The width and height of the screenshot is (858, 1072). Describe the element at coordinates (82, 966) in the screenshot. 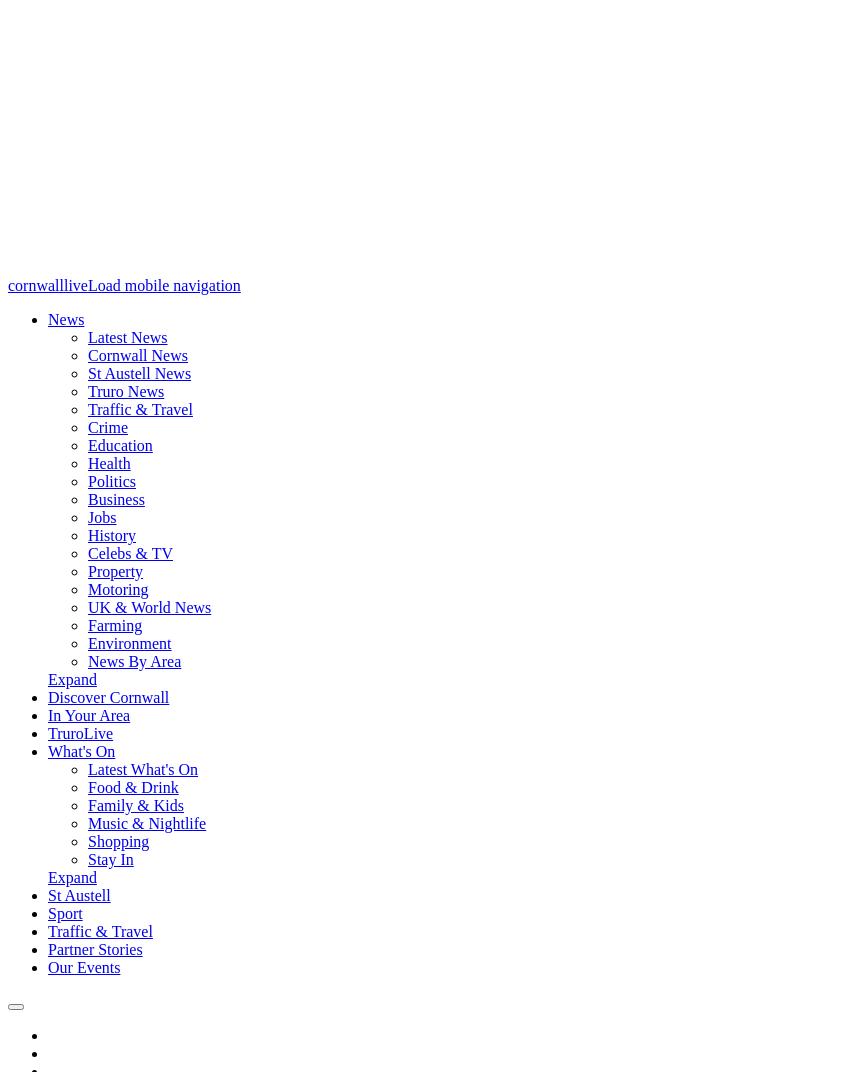

I see `'Our Events'` at that location.